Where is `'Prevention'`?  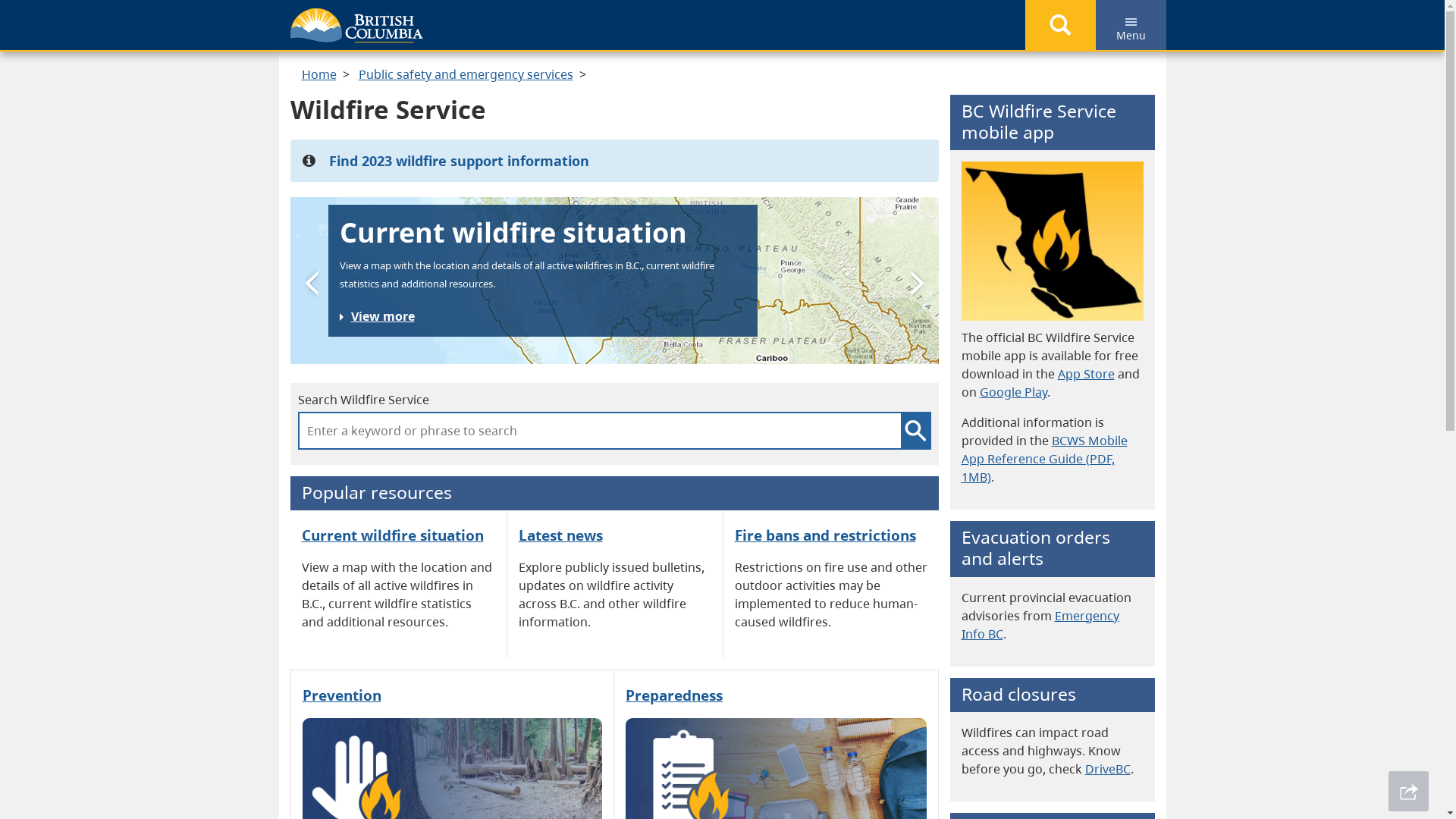 'Prevention' is located at coordinates (302, 695).